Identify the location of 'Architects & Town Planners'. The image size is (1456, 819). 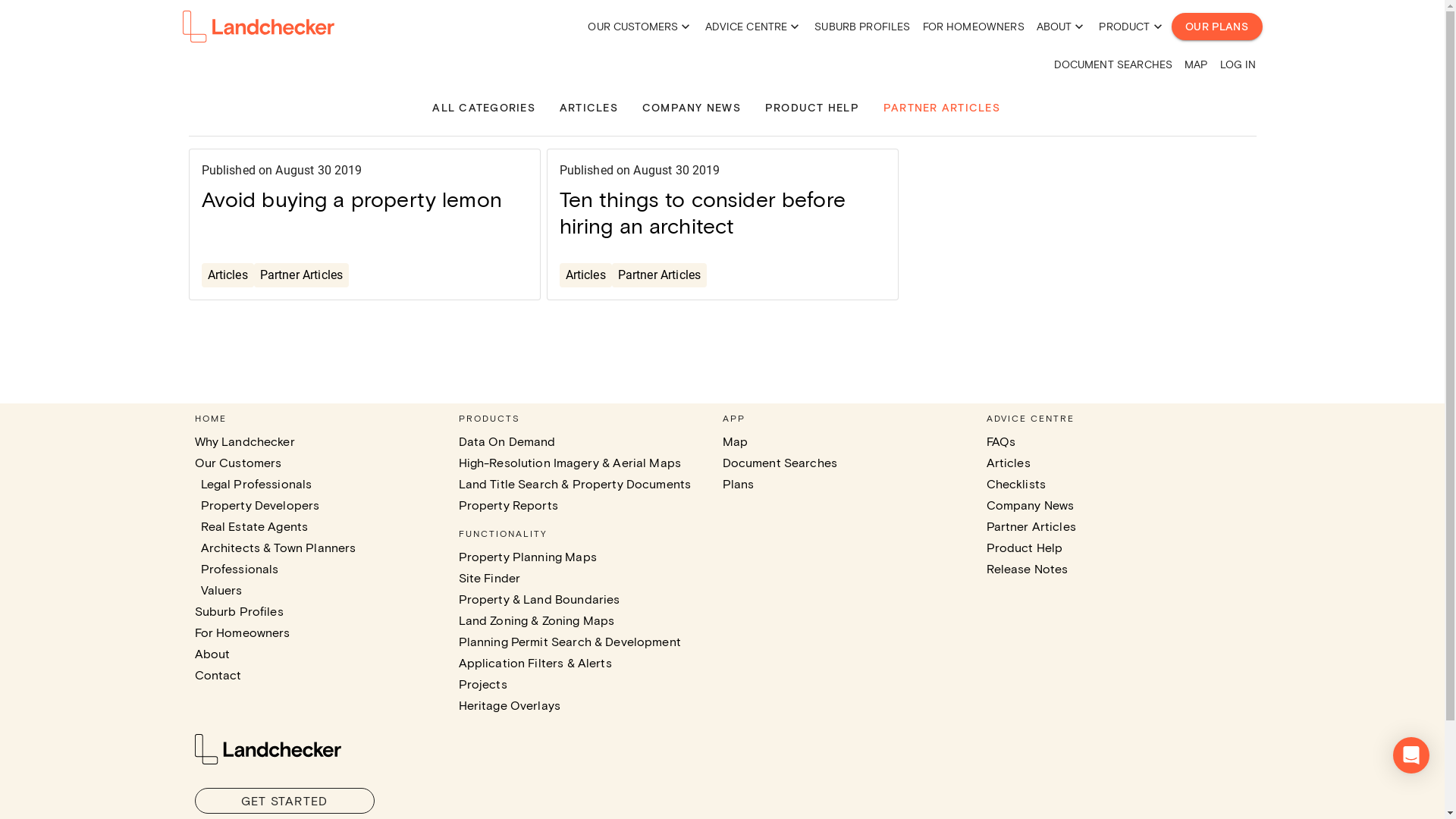
(278, 548).